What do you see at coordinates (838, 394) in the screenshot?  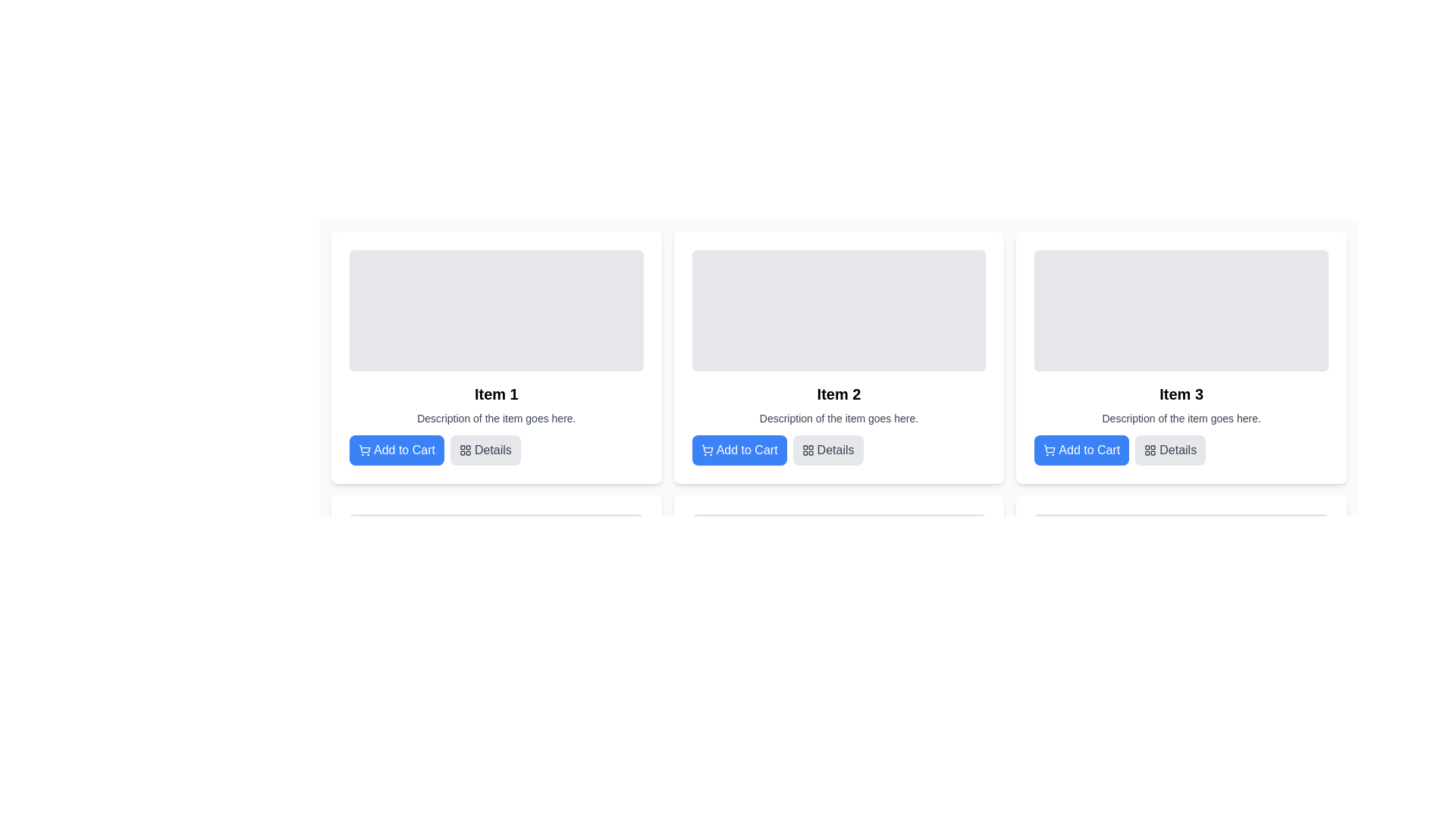 I see `the text label with the content 'Item 2', which is bold and large, located in the upper-middle section of the second card` at bounding box center [838, 394].